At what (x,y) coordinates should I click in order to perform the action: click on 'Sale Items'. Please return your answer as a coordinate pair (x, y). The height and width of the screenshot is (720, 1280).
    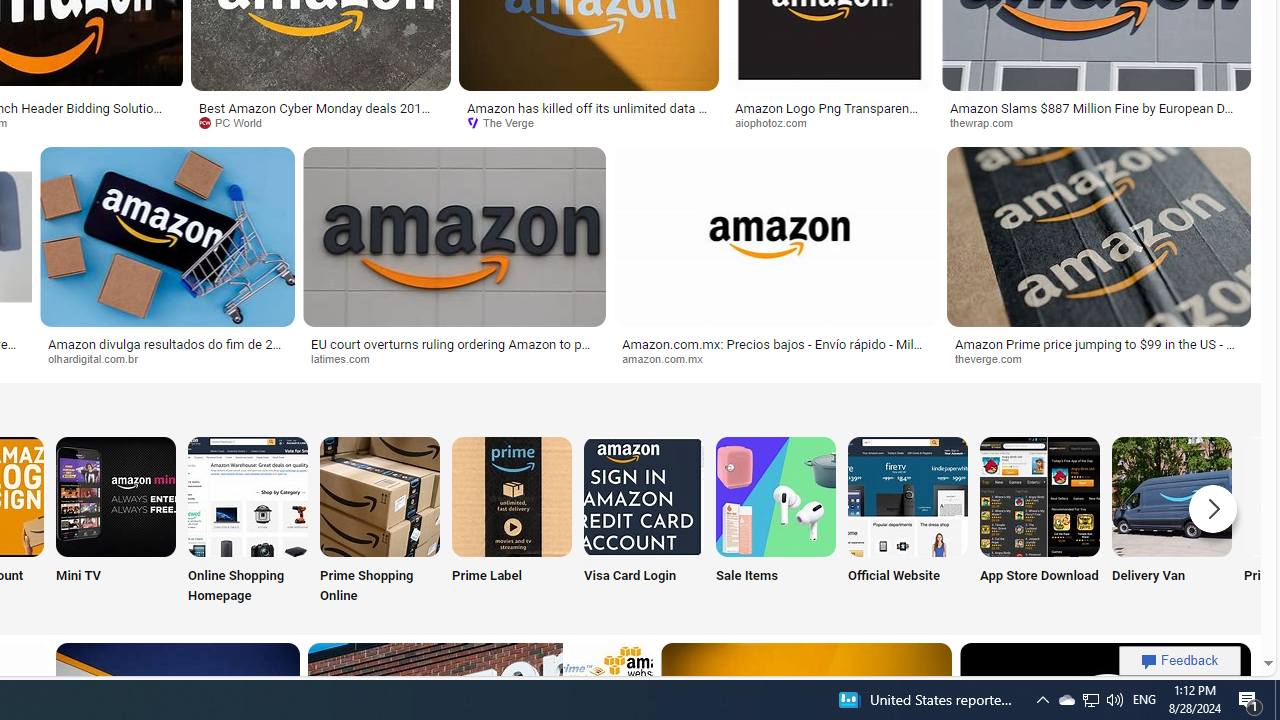
    Looking at the image, I should click on (774, 521).